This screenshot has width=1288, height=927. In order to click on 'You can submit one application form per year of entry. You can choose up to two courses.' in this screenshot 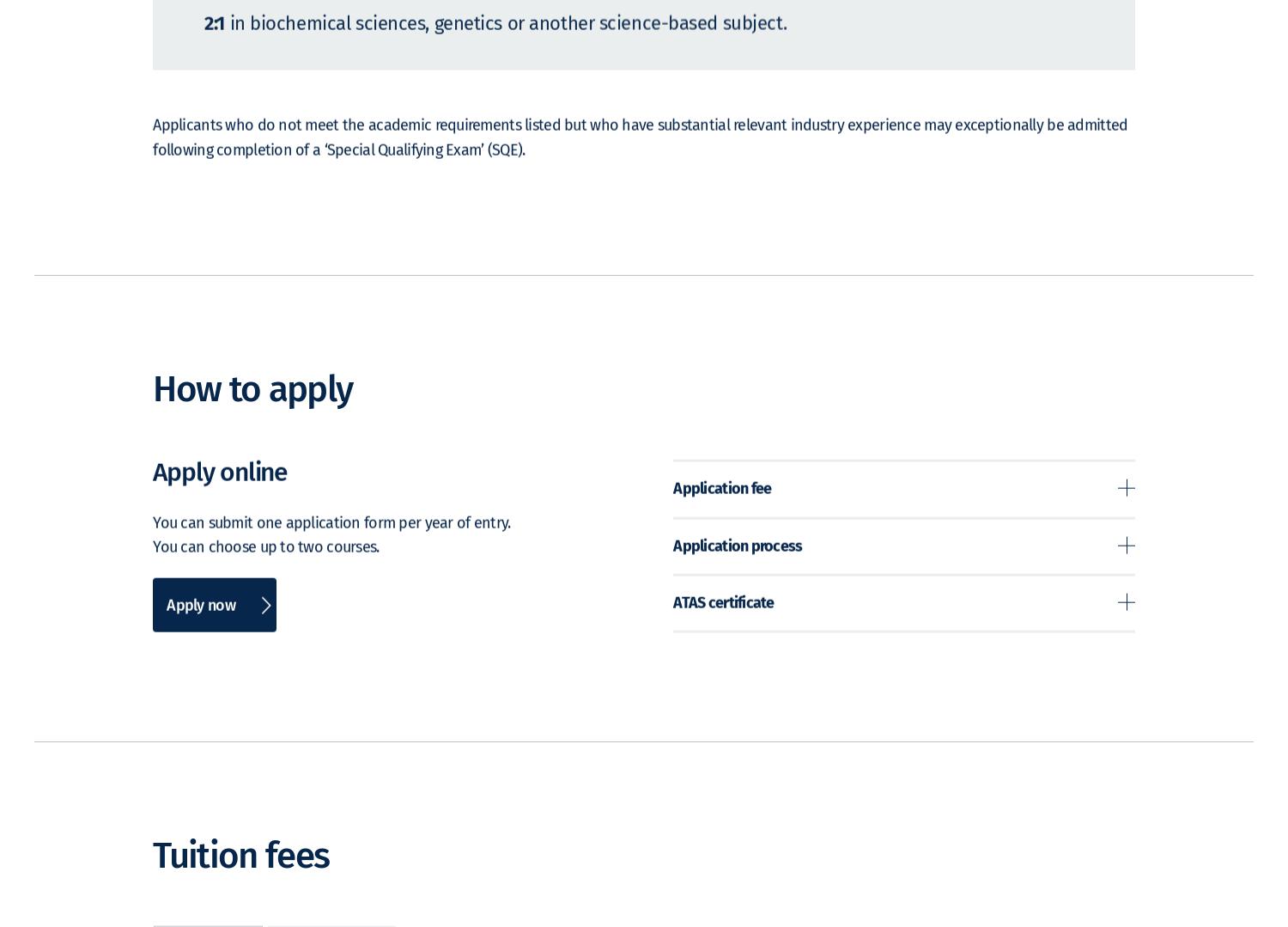, I will do `click(331, 558)`.